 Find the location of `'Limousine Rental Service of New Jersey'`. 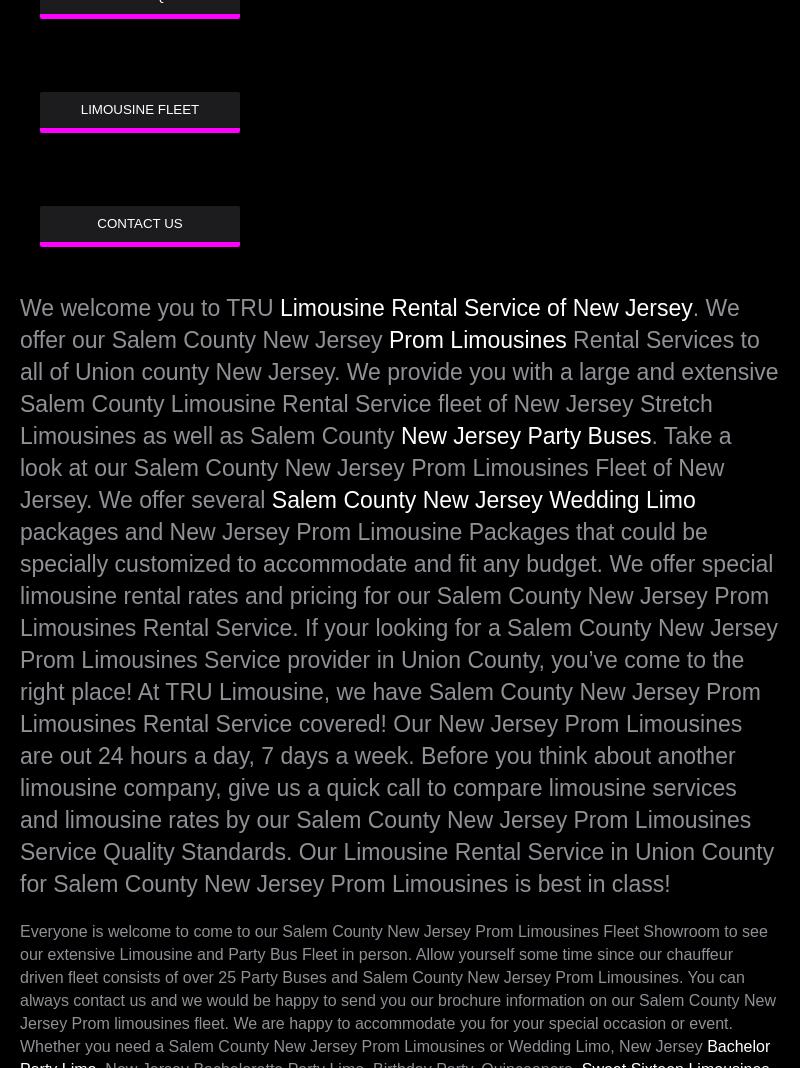

'Limousine Rental Service of New Jersey' is located at coordinates (485, 307).